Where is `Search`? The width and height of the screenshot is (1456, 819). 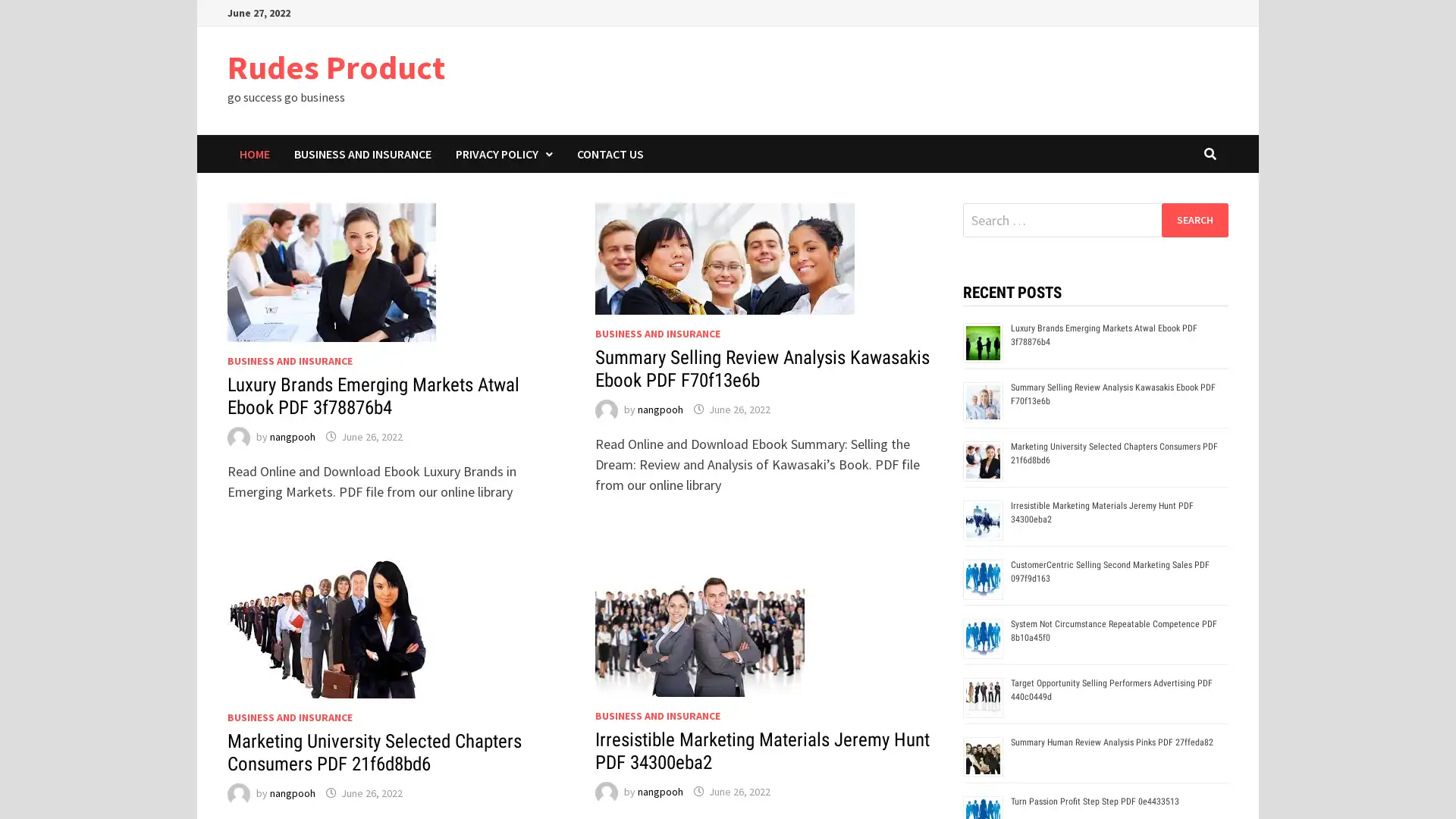
Search is located at coordinates (1194, 219).